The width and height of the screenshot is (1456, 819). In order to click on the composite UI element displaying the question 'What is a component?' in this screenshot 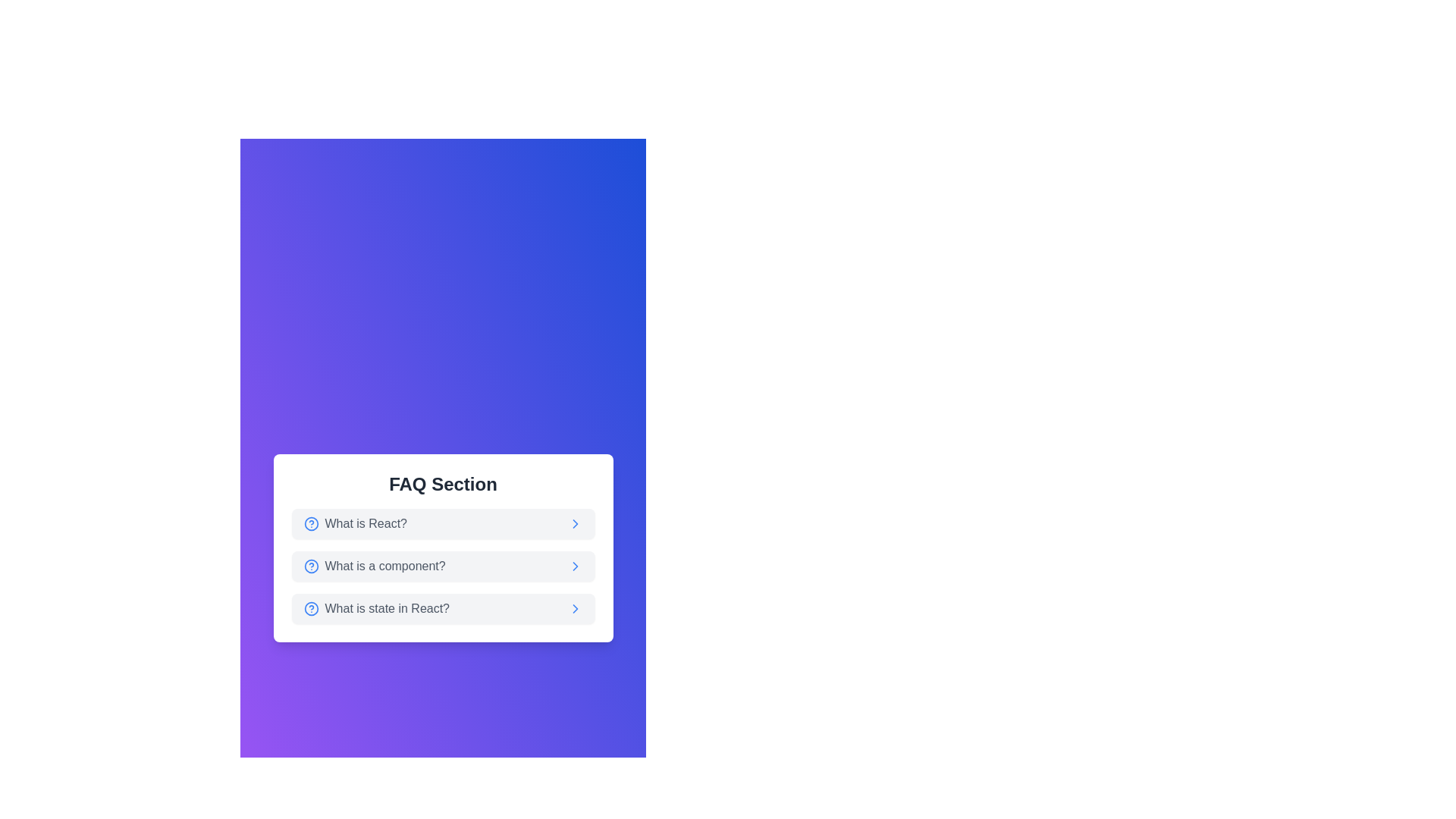, I will do `click(442, 566)`.